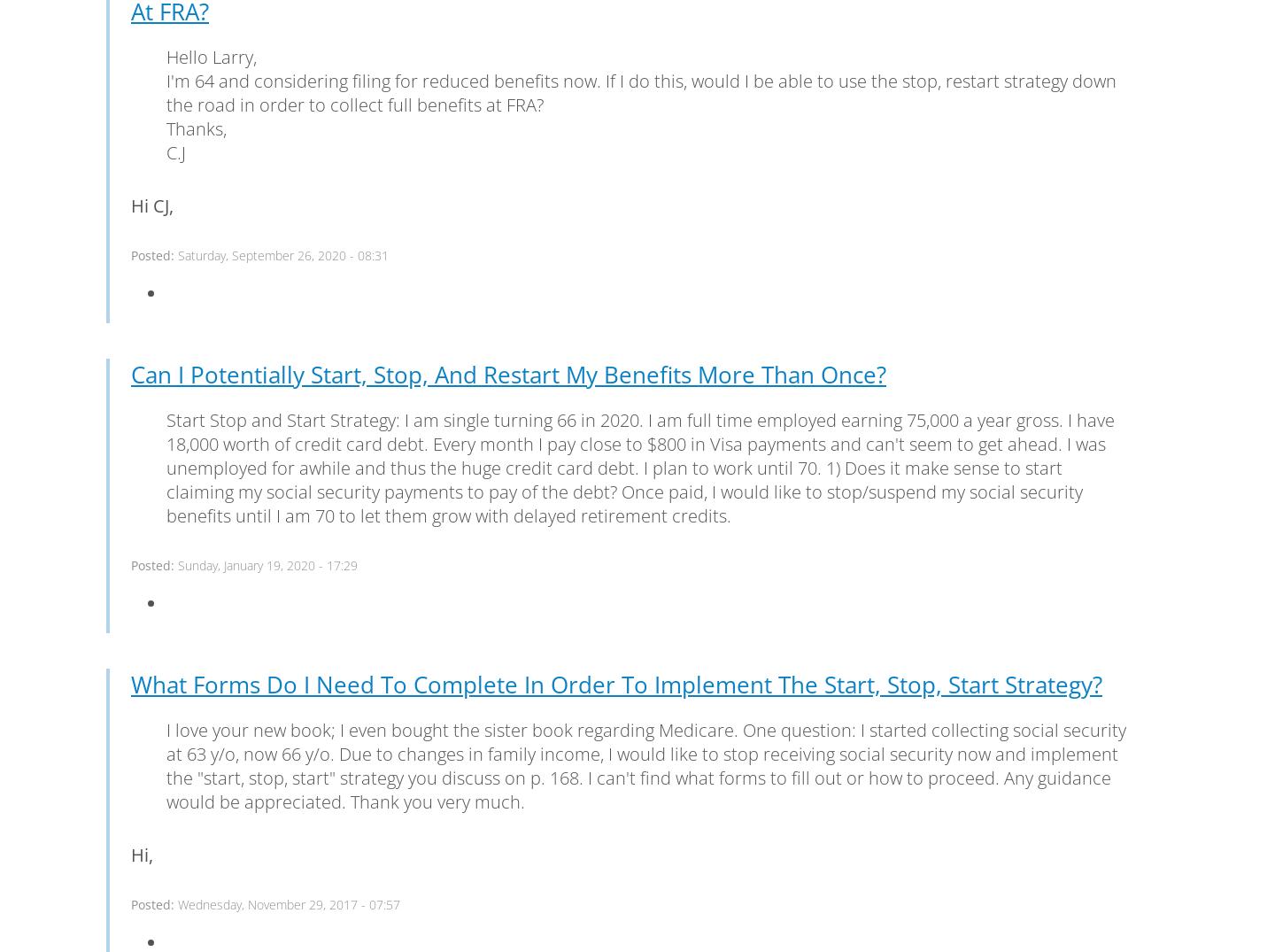 This screenshot has width=1275, height=952. Describe the element at coordinates (151, 204) in the screenshot. I see `'Hi CJ,'` at that location.